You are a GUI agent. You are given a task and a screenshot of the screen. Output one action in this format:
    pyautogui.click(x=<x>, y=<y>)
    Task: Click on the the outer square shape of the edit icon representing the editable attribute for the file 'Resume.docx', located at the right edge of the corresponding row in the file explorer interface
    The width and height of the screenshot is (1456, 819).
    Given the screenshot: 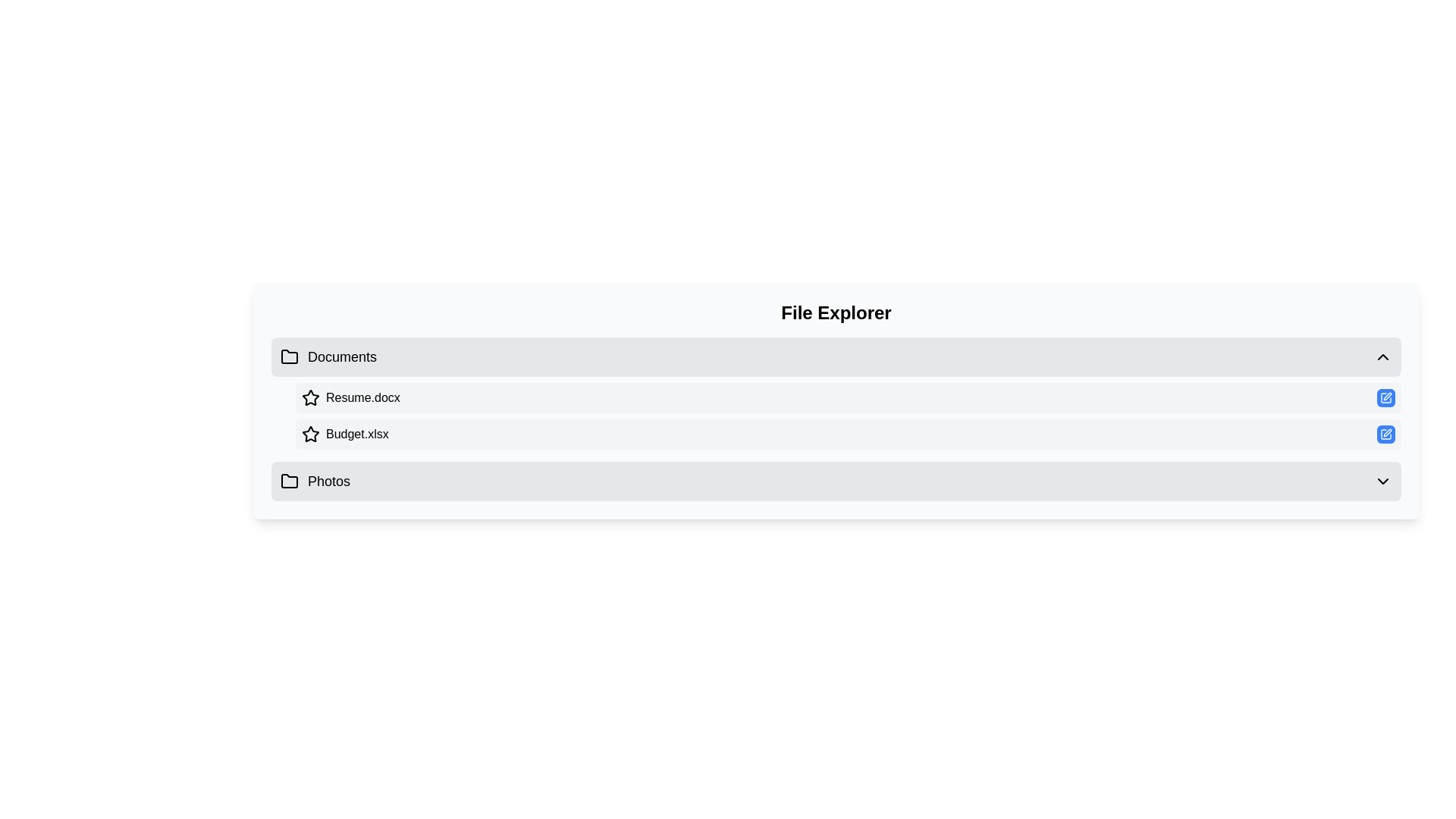 What is the action you would take?
    pyautogui.click(x=1386, y=397)
    